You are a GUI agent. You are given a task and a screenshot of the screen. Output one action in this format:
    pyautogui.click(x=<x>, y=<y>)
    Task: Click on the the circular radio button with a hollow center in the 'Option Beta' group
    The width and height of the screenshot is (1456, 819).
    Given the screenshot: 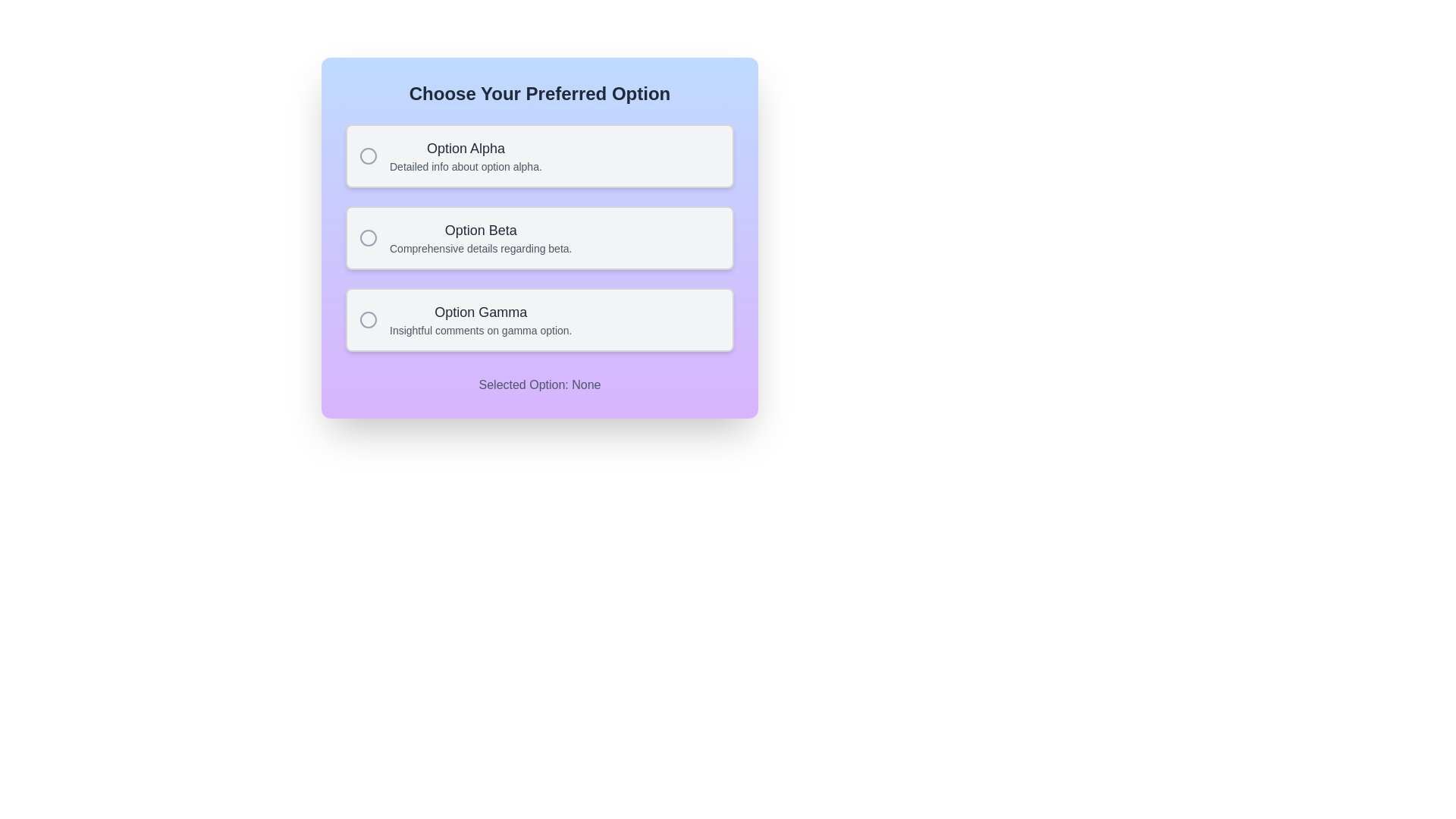 What is the action you would take?
    pyautogui.click(x=368, y=237)
    